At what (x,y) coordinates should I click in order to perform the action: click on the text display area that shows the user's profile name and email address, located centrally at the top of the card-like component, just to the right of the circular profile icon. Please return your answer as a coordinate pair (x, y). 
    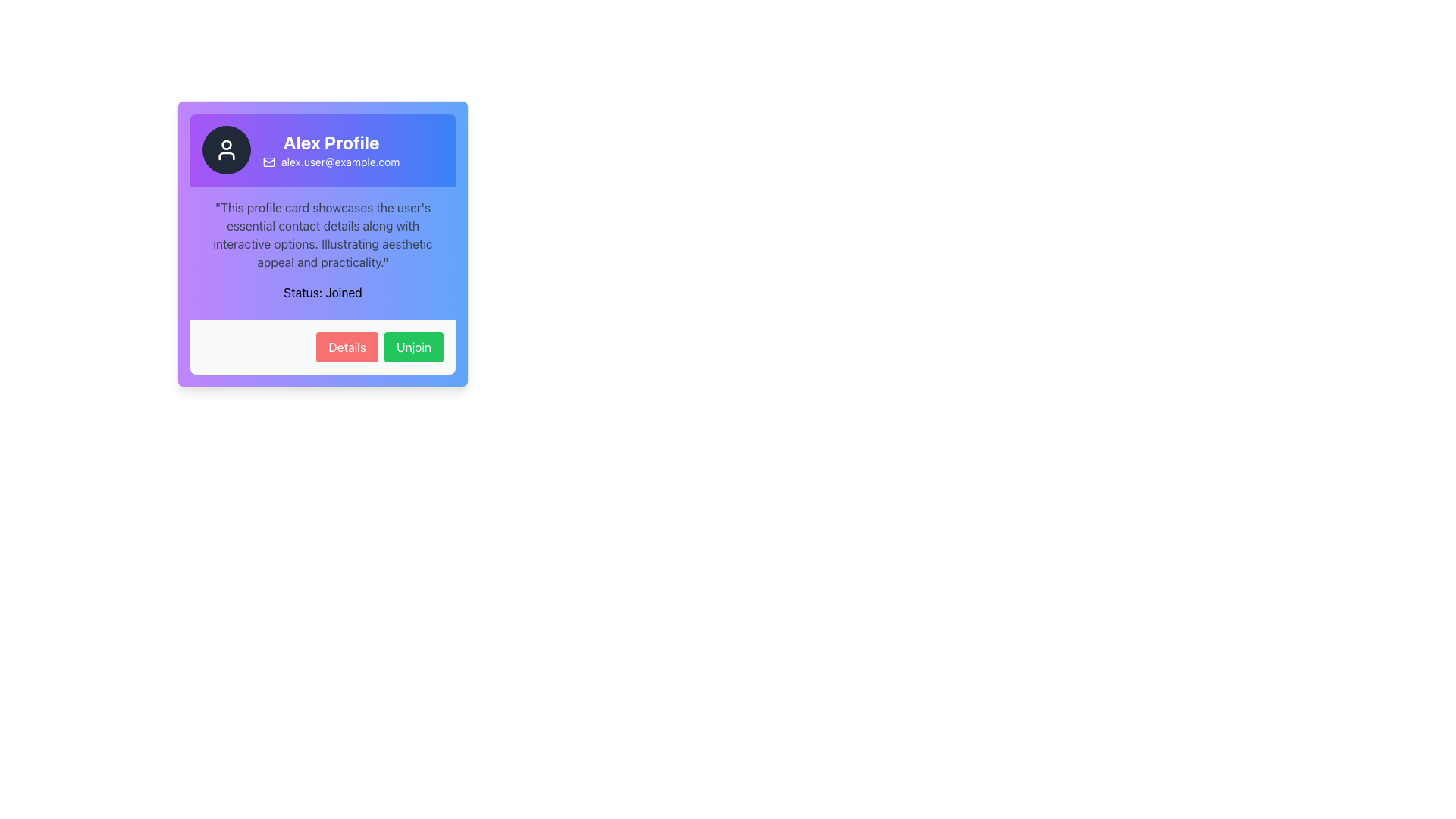
    Looking at the image, I should click on (331, 149).